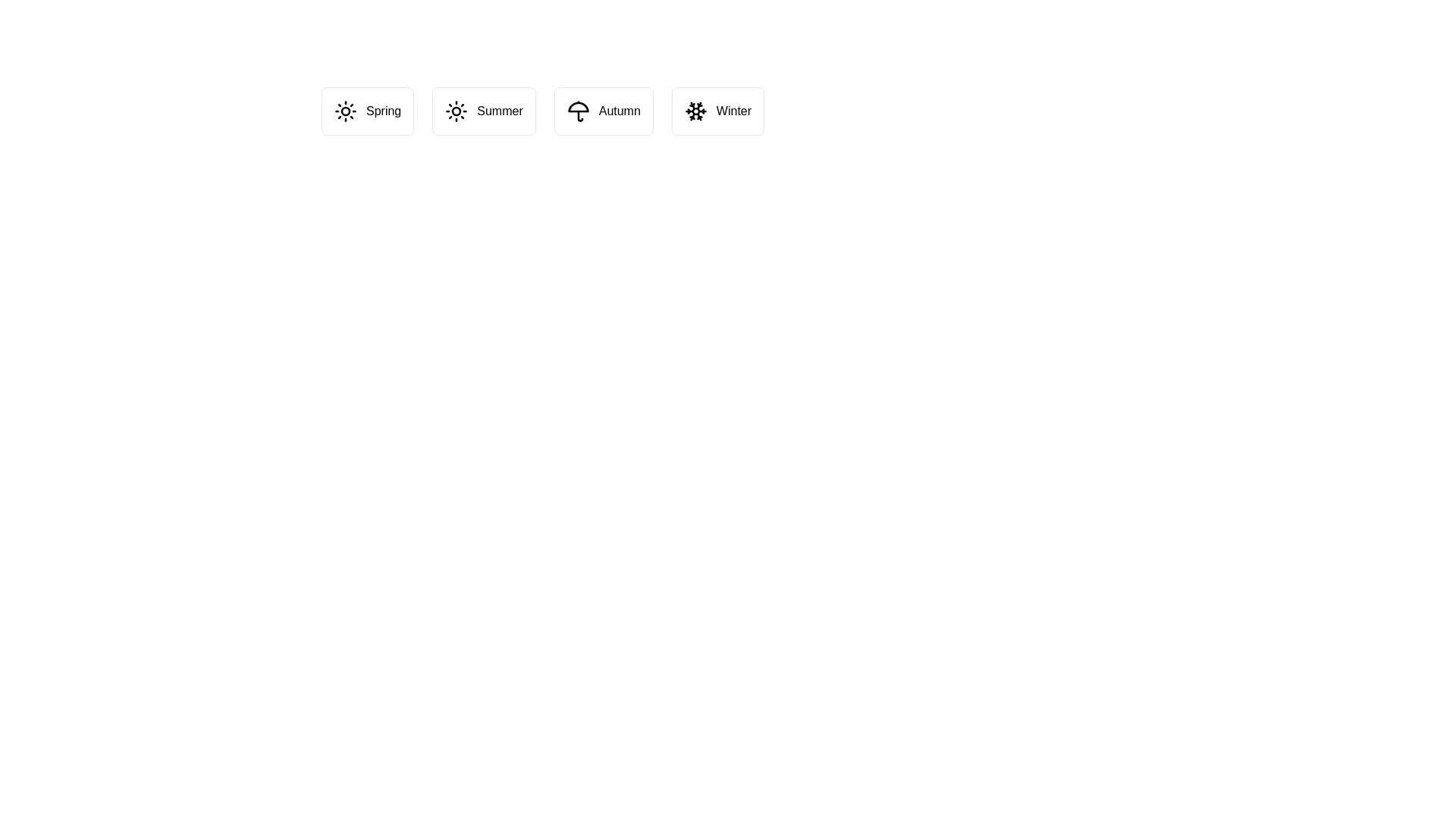 The height and width of the screenshot is (819, 1456). I want to click on the stylized sun icon located within the 'Summer' button, so click(456, 110).